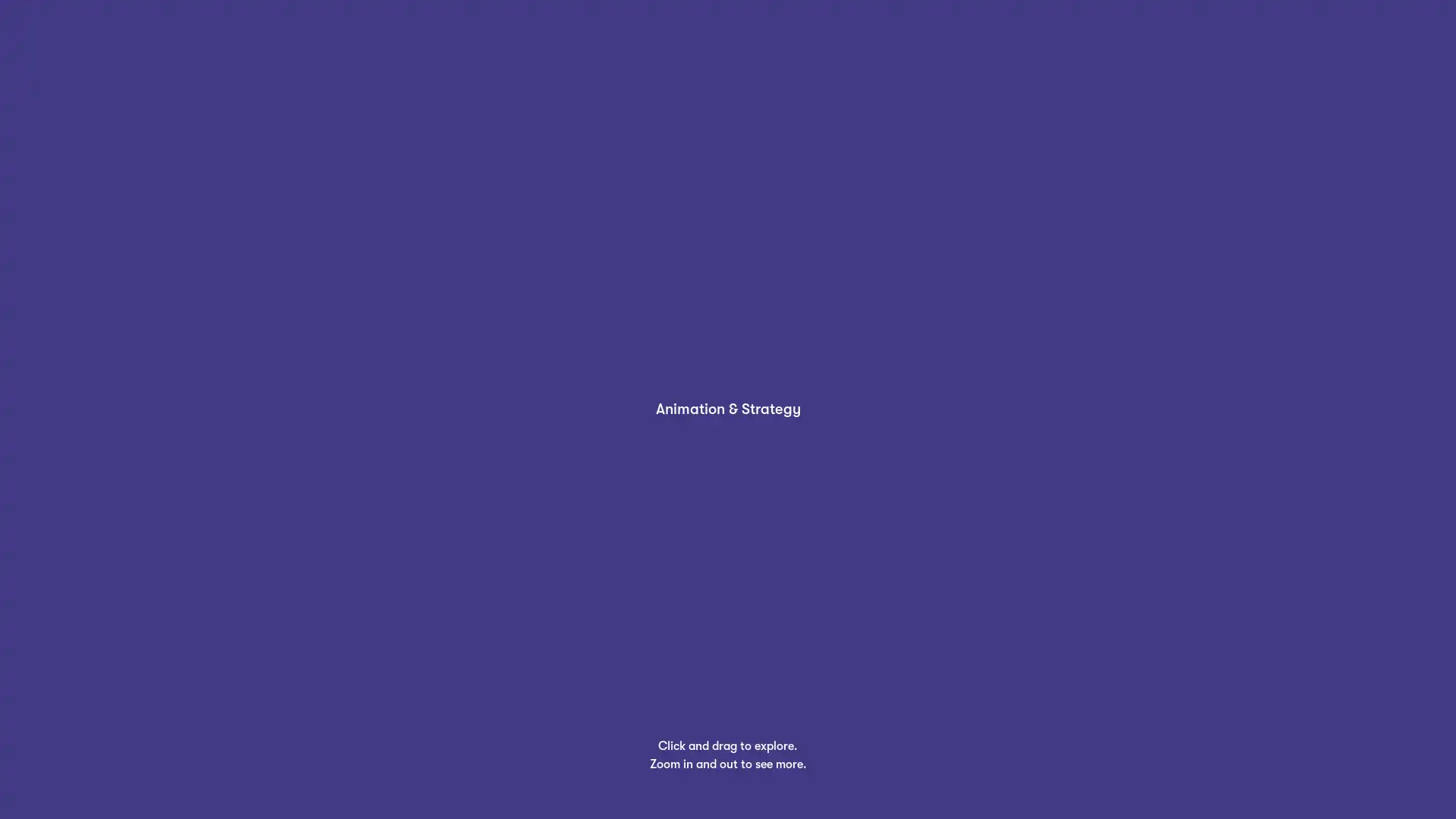  What do you see at coordinates (52, 780) in the screenshot?
I see `Index` at bounding box center [52, 780].